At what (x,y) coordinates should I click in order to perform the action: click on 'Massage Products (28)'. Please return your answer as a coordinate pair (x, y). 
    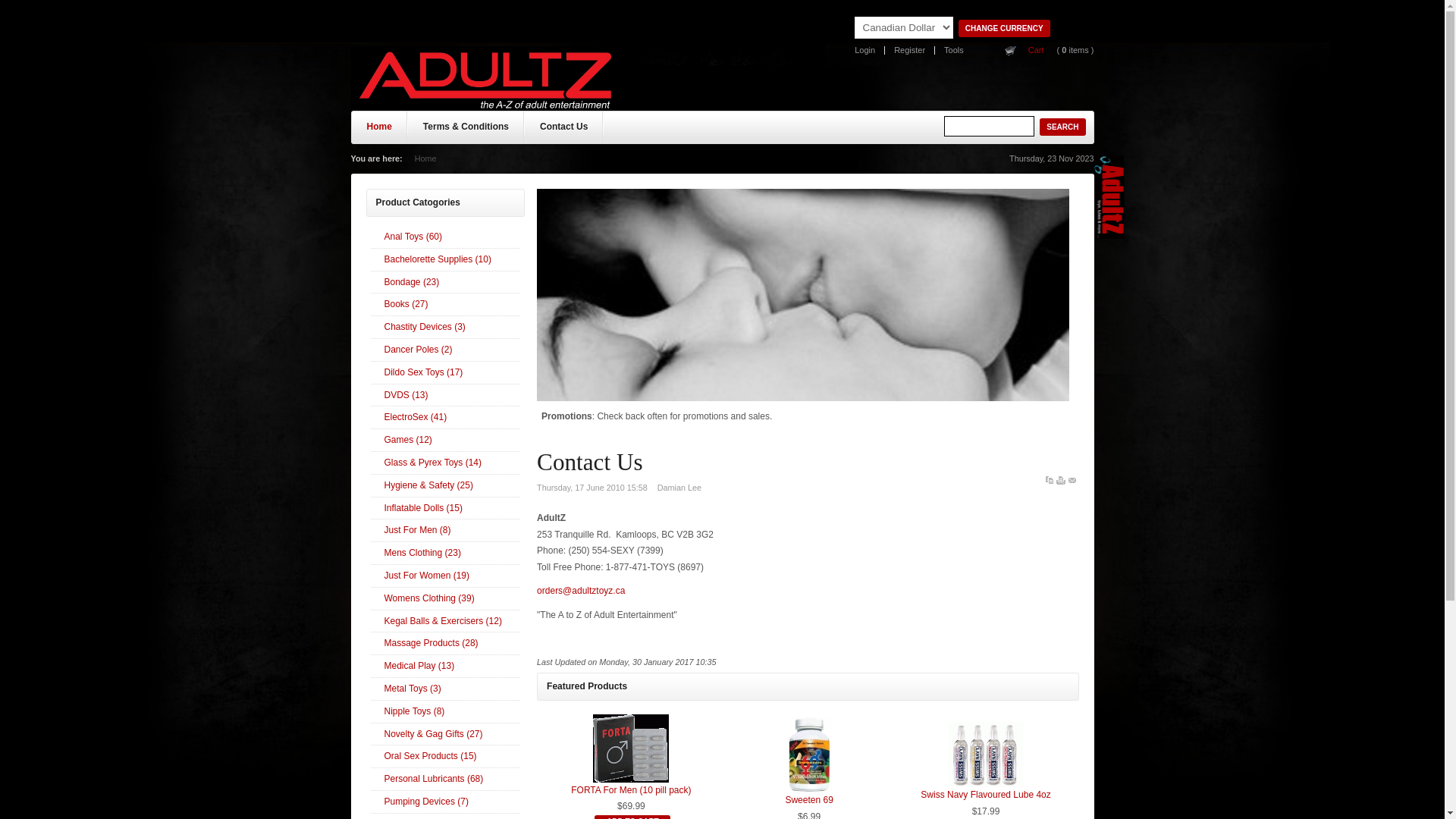
    Looking at the image, I should click on (370, 643).